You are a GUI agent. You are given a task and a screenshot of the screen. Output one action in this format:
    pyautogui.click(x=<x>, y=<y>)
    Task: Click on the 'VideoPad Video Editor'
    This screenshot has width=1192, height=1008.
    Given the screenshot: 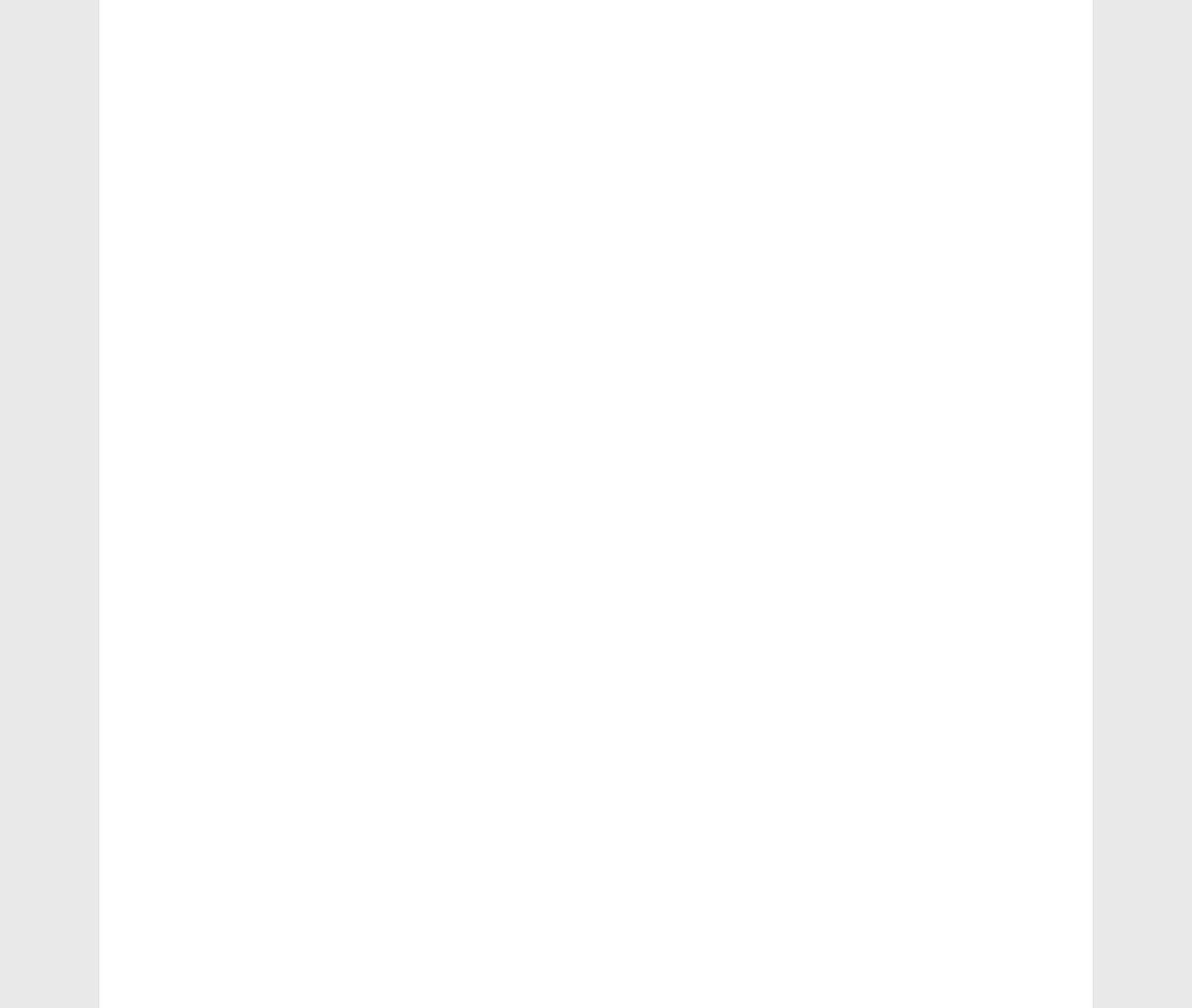 What is the action you would take?
    pyautogui.click(x=921, y=818)
    